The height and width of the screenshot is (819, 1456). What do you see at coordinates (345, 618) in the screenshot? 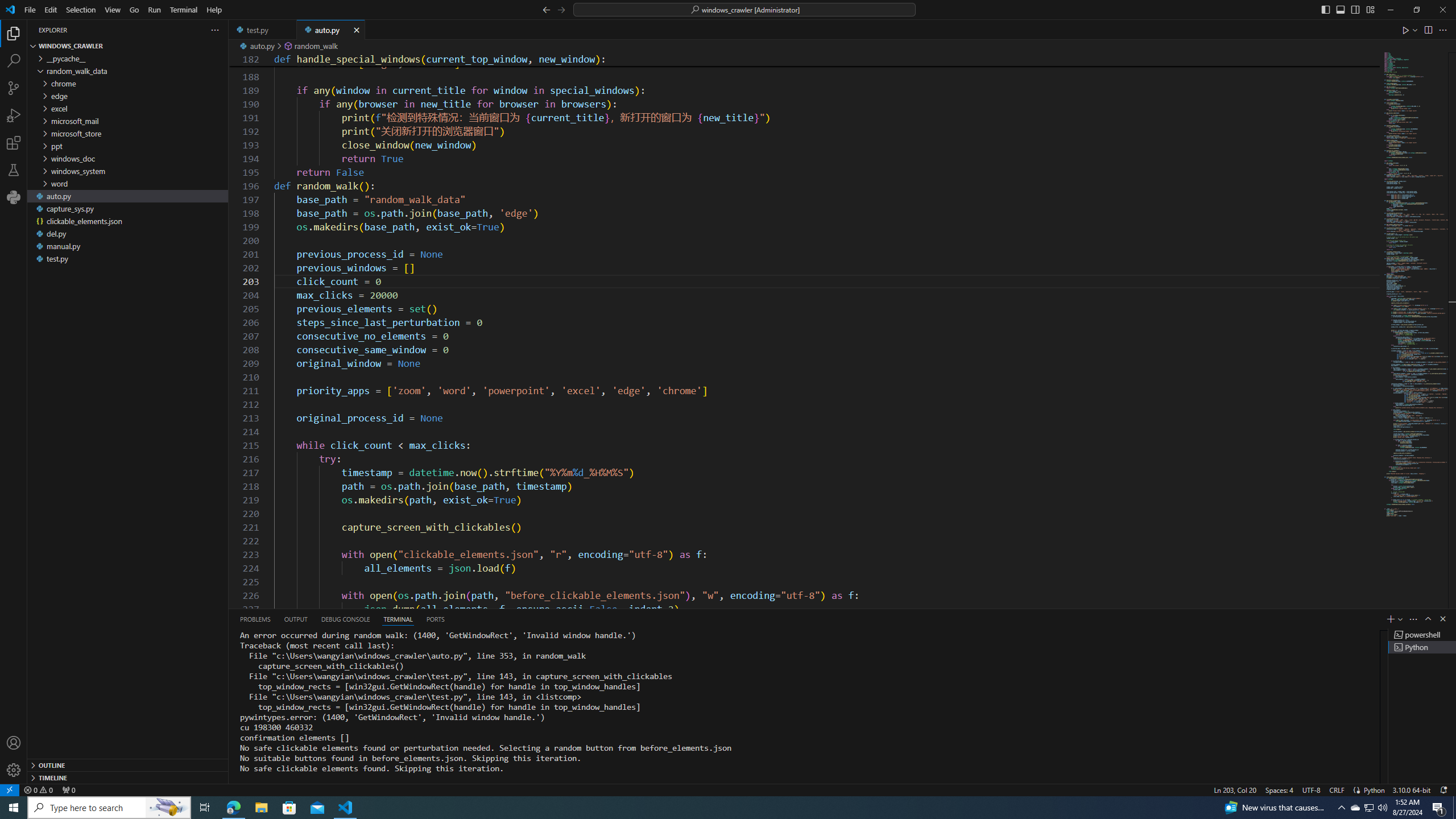
I see `'Debug Console (Ctrl+Shift+Y)'` at bounding box center [345, 618].